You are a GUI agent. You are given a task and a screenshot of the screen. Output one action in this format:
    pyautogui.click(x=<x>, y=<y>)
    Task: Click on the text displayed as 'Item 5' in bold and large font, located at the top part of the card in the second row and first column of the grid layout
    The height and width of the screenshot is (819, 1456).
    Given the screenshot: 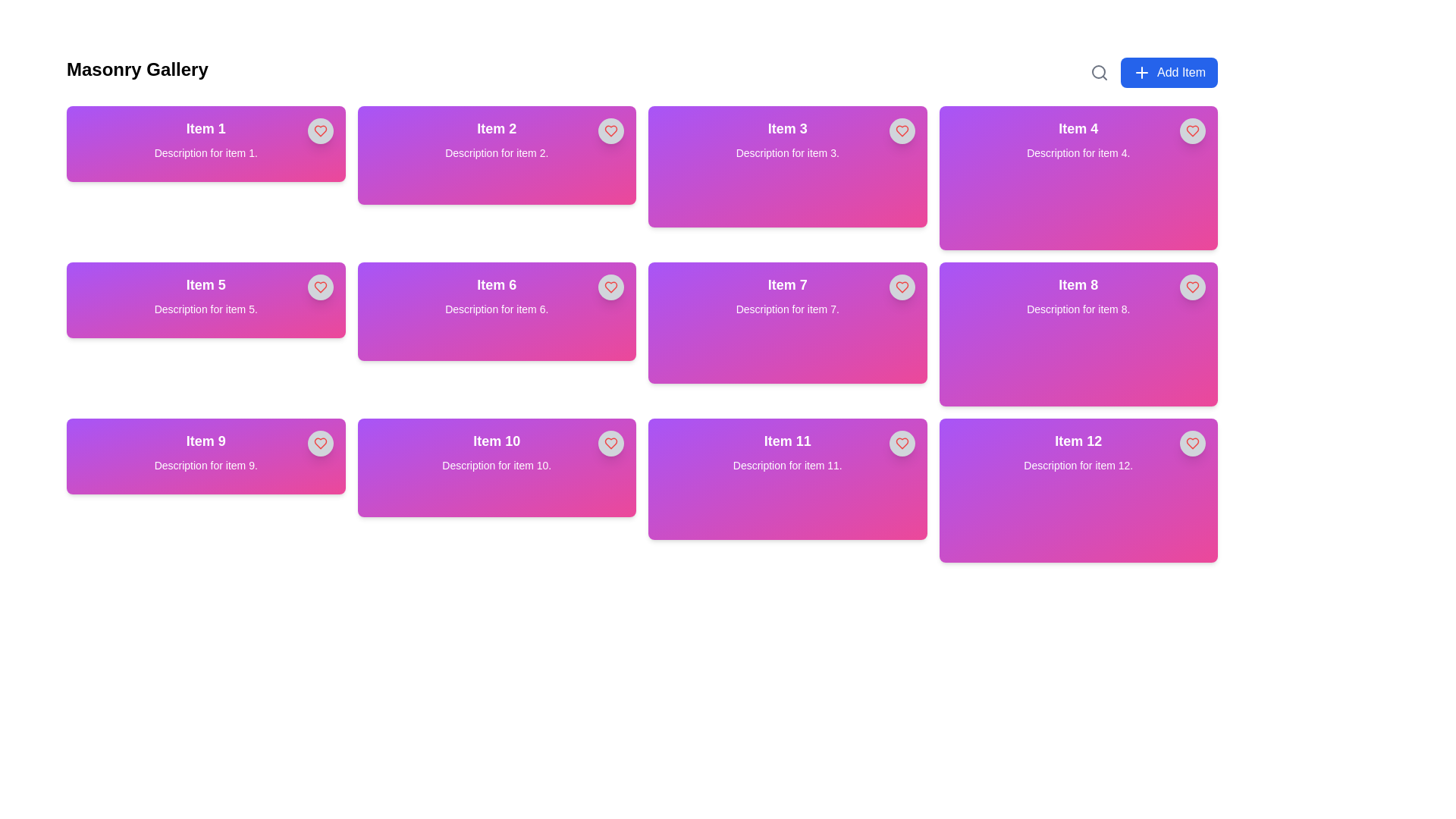 What is the action you would take?
    pyautogui.click(x=205, y=284)
    